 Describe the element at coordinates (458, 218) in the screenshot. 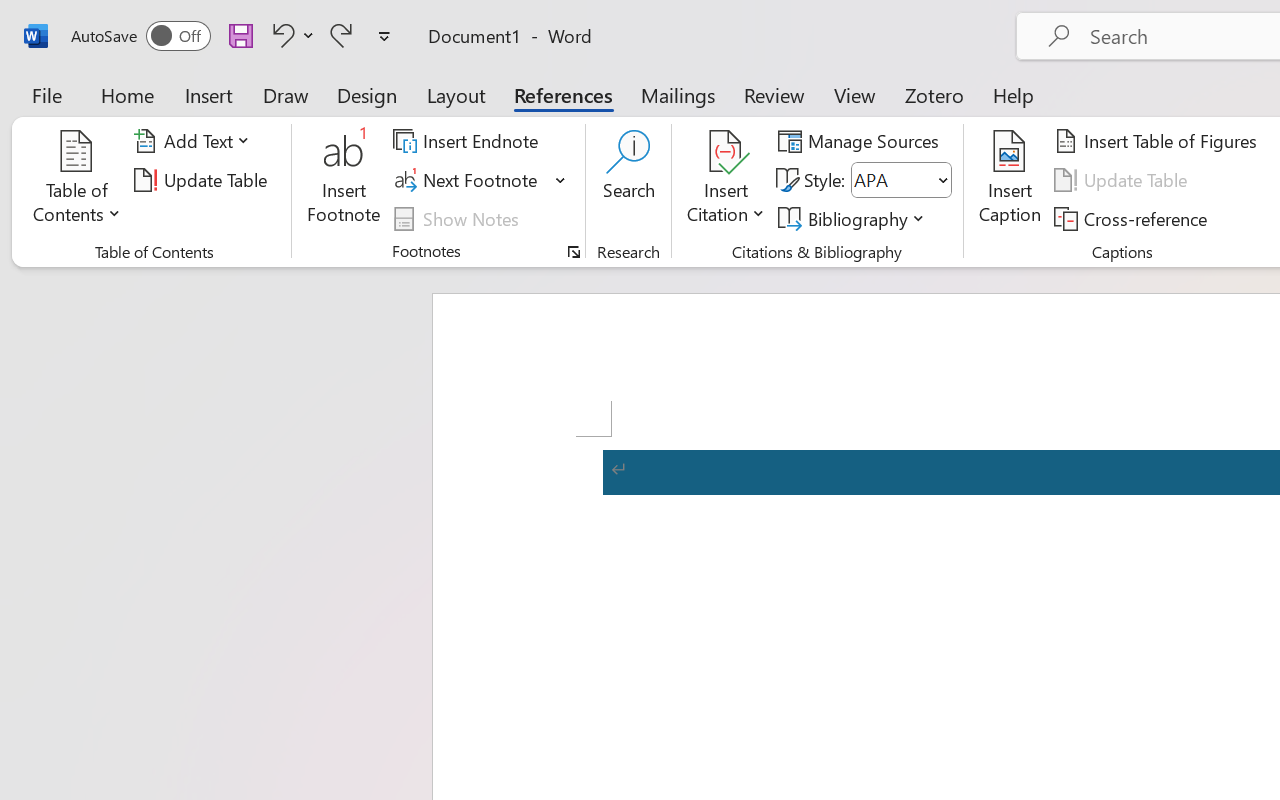

I see `'Show Notes'` at that location.